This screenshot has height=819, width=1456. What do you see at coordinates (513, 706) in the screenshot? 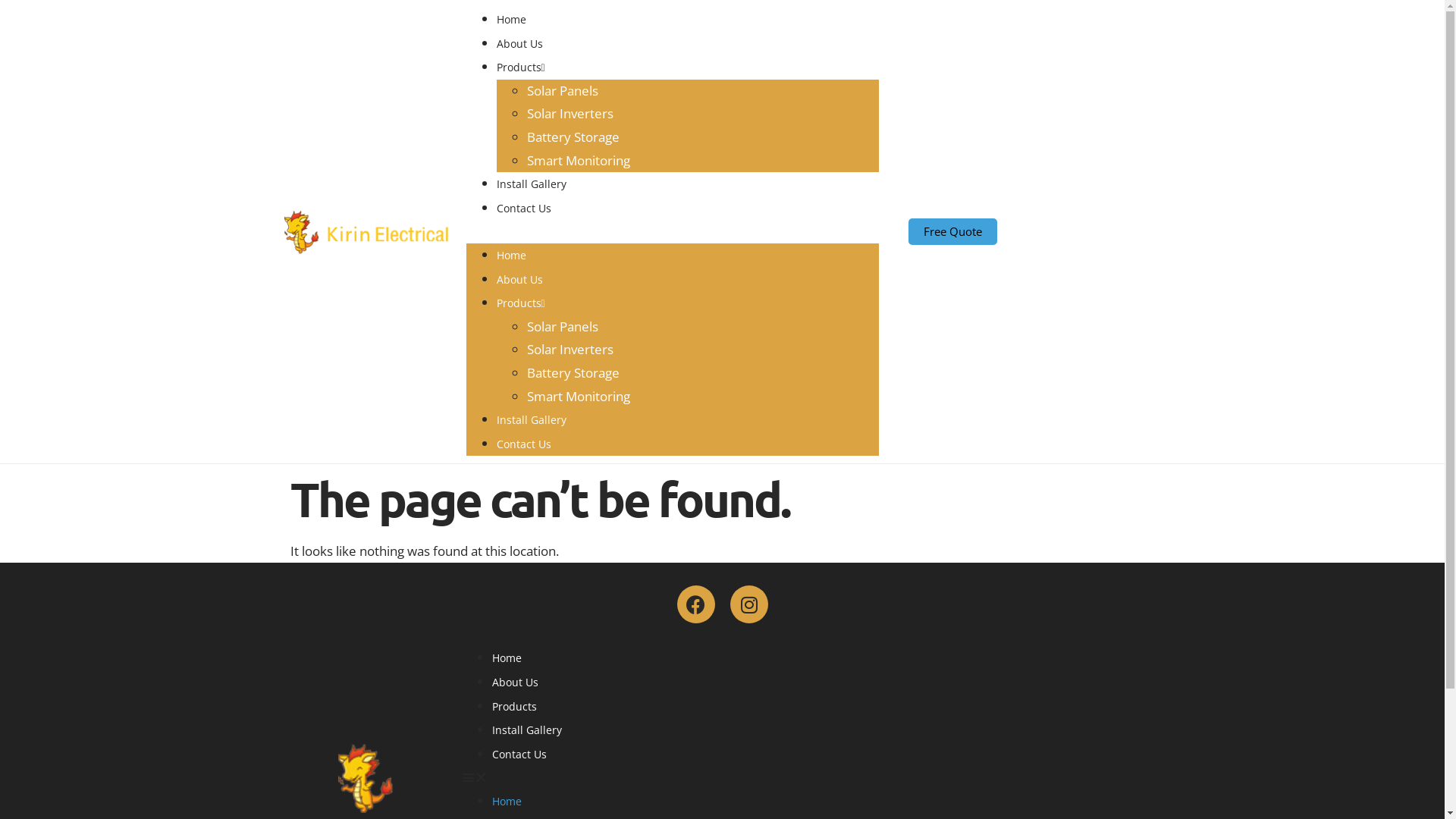
I see `'Products'` at bounding box center [513, 706].